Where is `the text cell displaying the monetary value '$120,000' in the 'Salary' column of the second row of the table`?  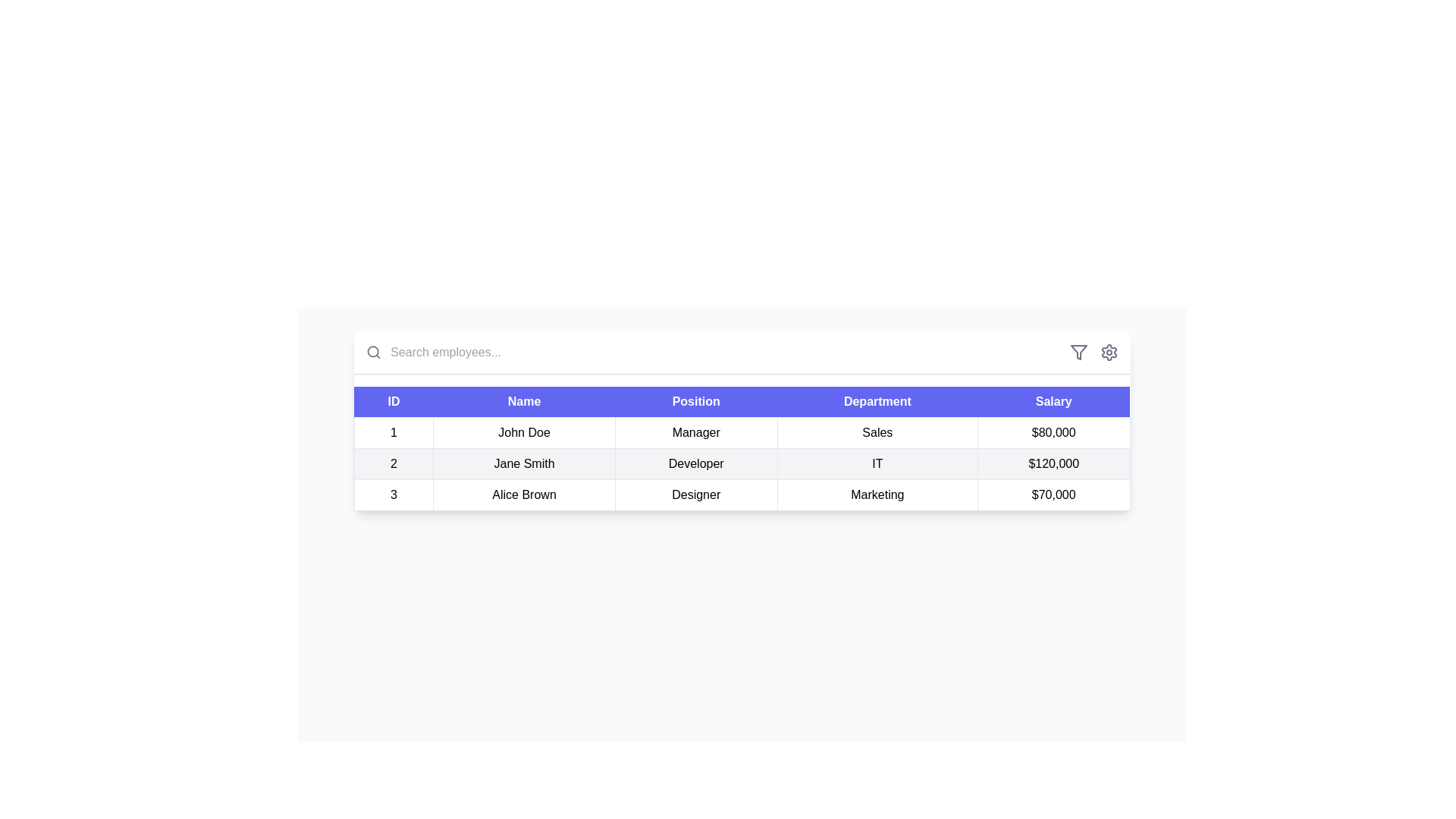 the text cell displaying the monetary value '$120,000' in the 'Salary' column of the second row of the table is located at coordinates (1053, 463).